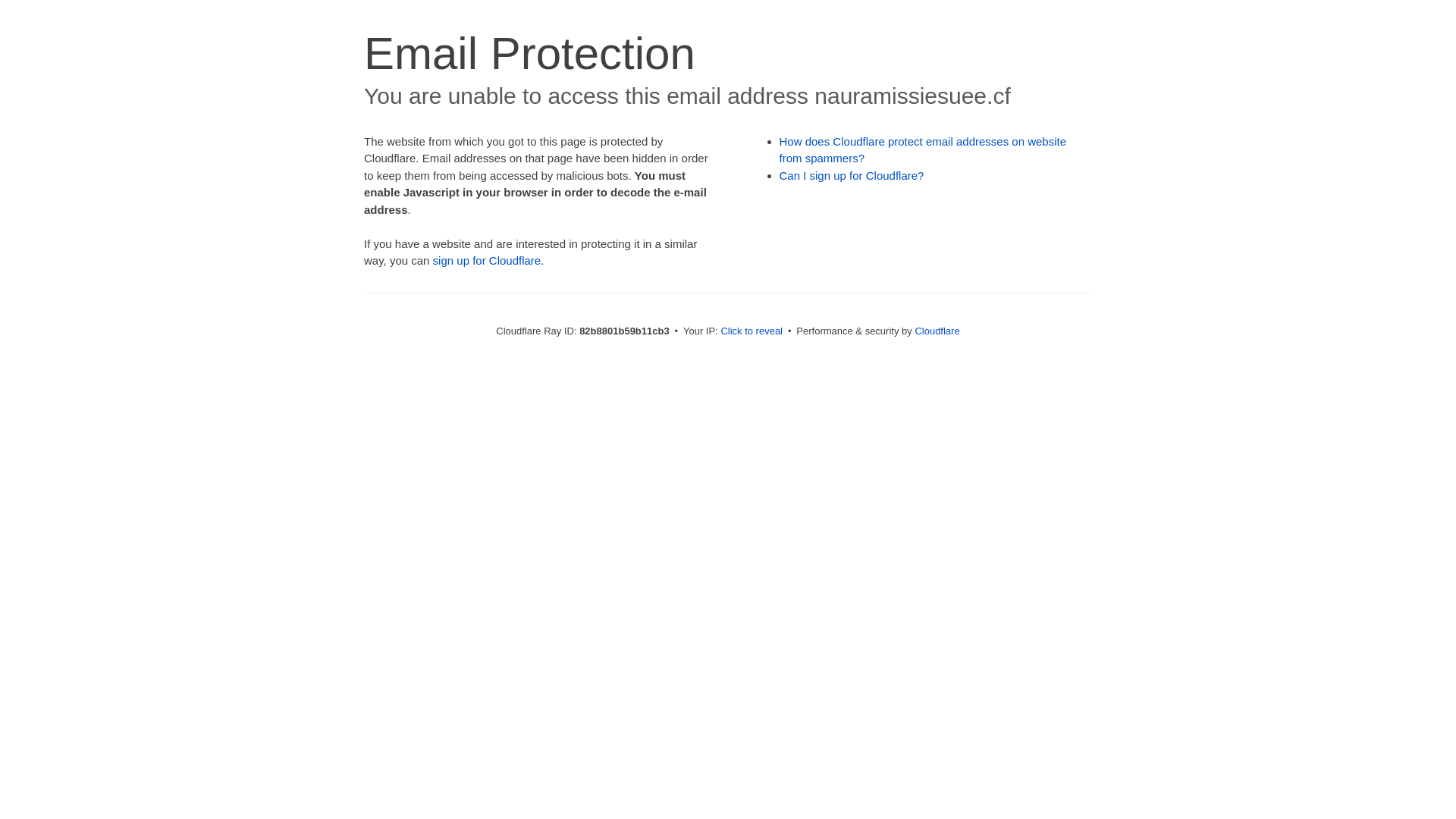  Describe the element at coordinates (432, 259) in the screenshot. I see `'sign up for Cloudflare'` at that location.